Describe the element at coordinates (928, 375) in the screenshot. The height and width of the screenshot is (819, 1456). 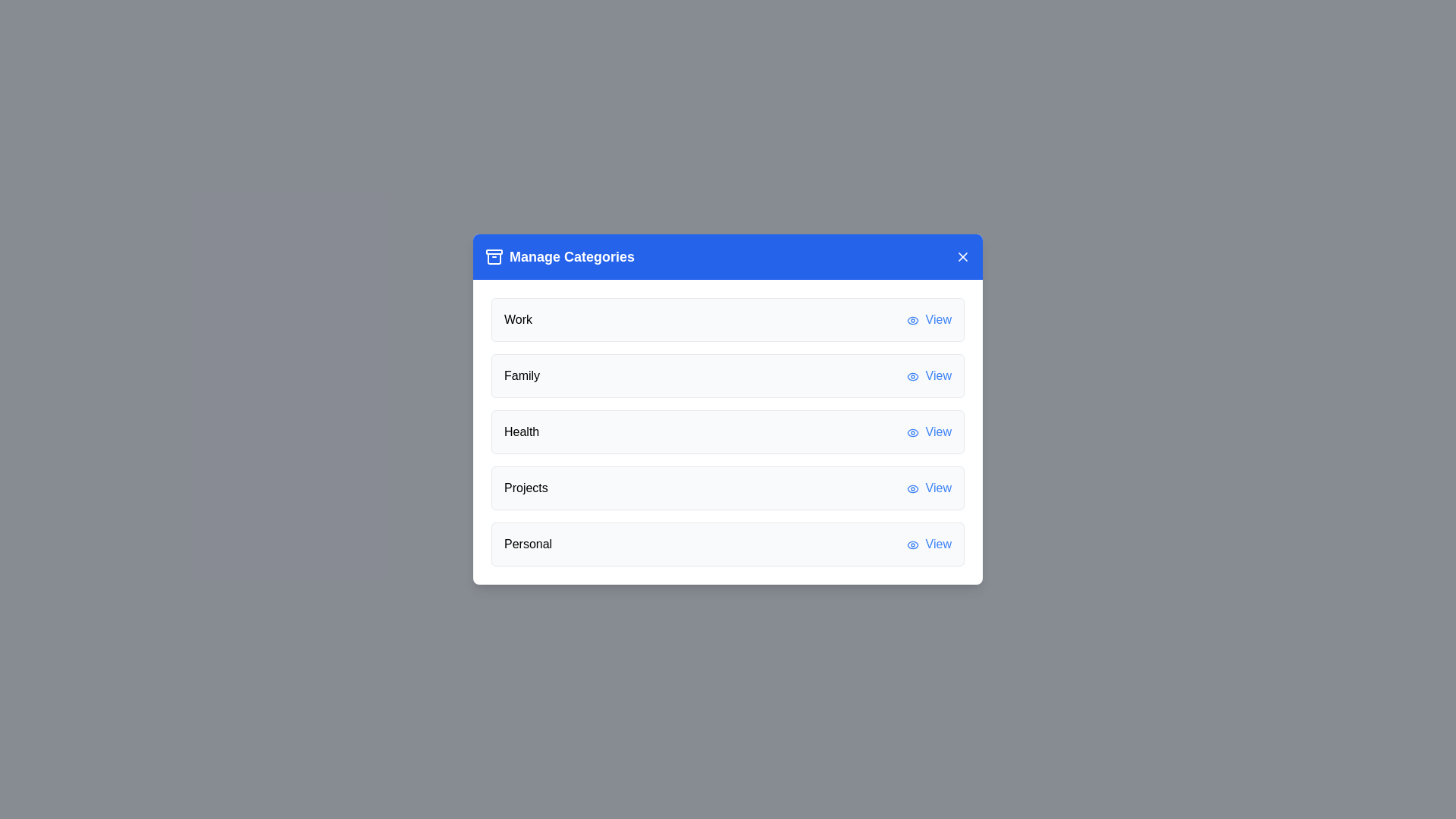
I see `the 'View' button for the category Family` at that location.